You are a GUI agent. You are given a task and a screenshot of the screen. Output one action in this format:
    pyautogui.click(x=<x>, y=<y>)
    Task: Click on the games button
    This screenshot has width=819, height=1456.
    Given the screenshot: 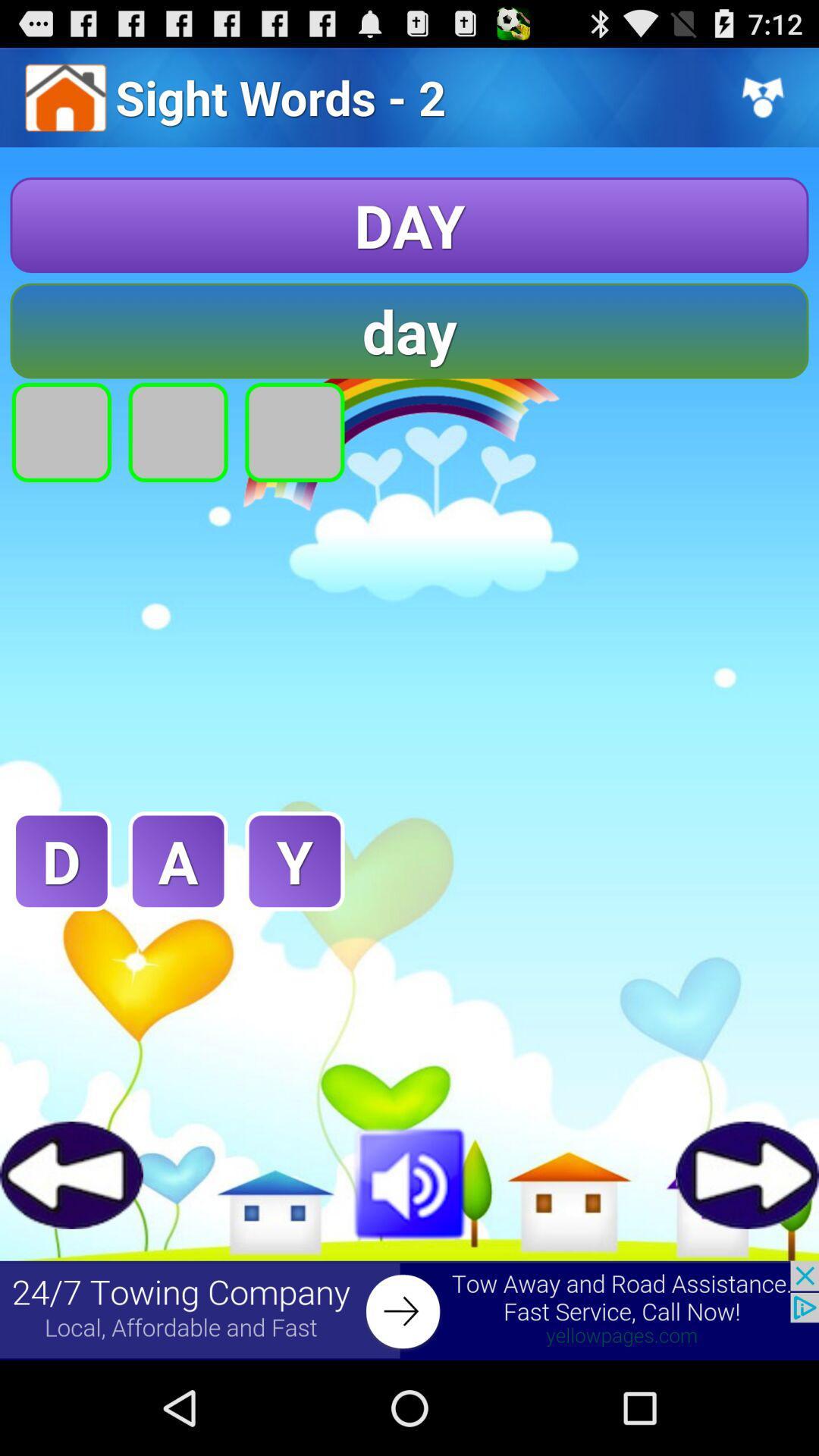 What is the action you would take?
    pyautogui.click(x=71, y=1174)
    